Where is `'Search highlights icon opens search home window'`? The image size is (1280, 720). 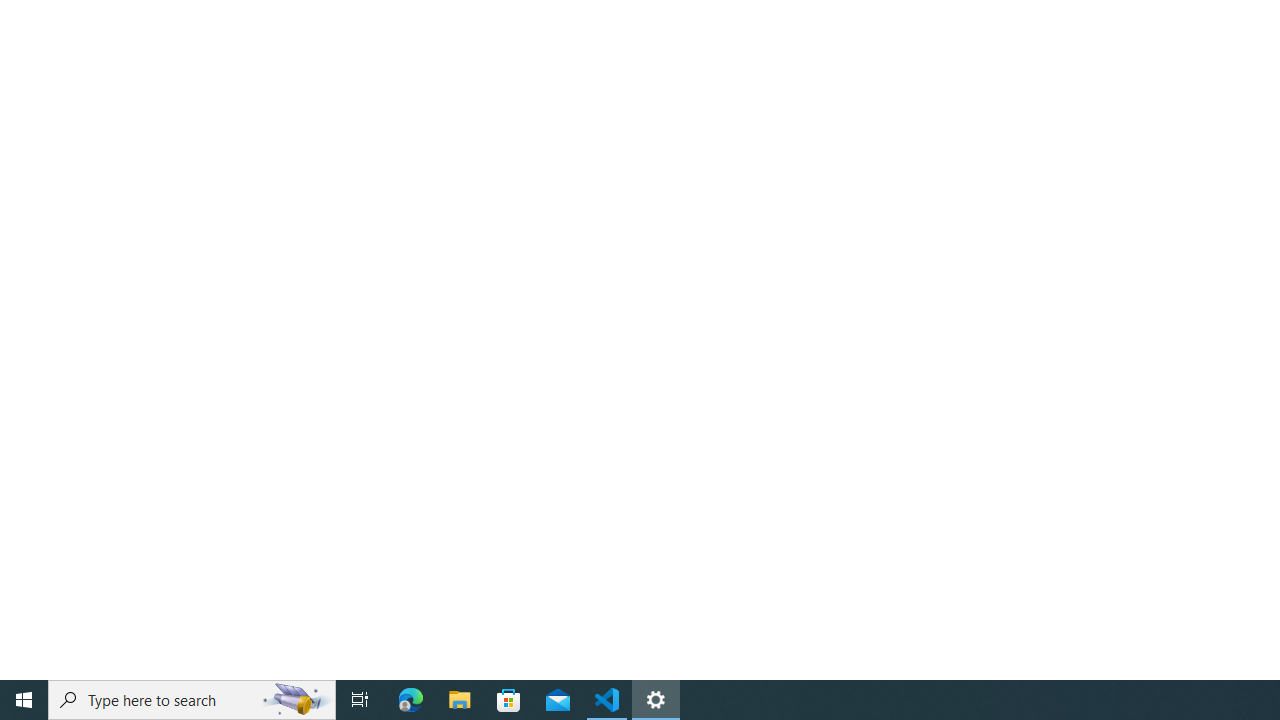
'Search highlights icon opens search home window' is located at coordinates (294, 698).